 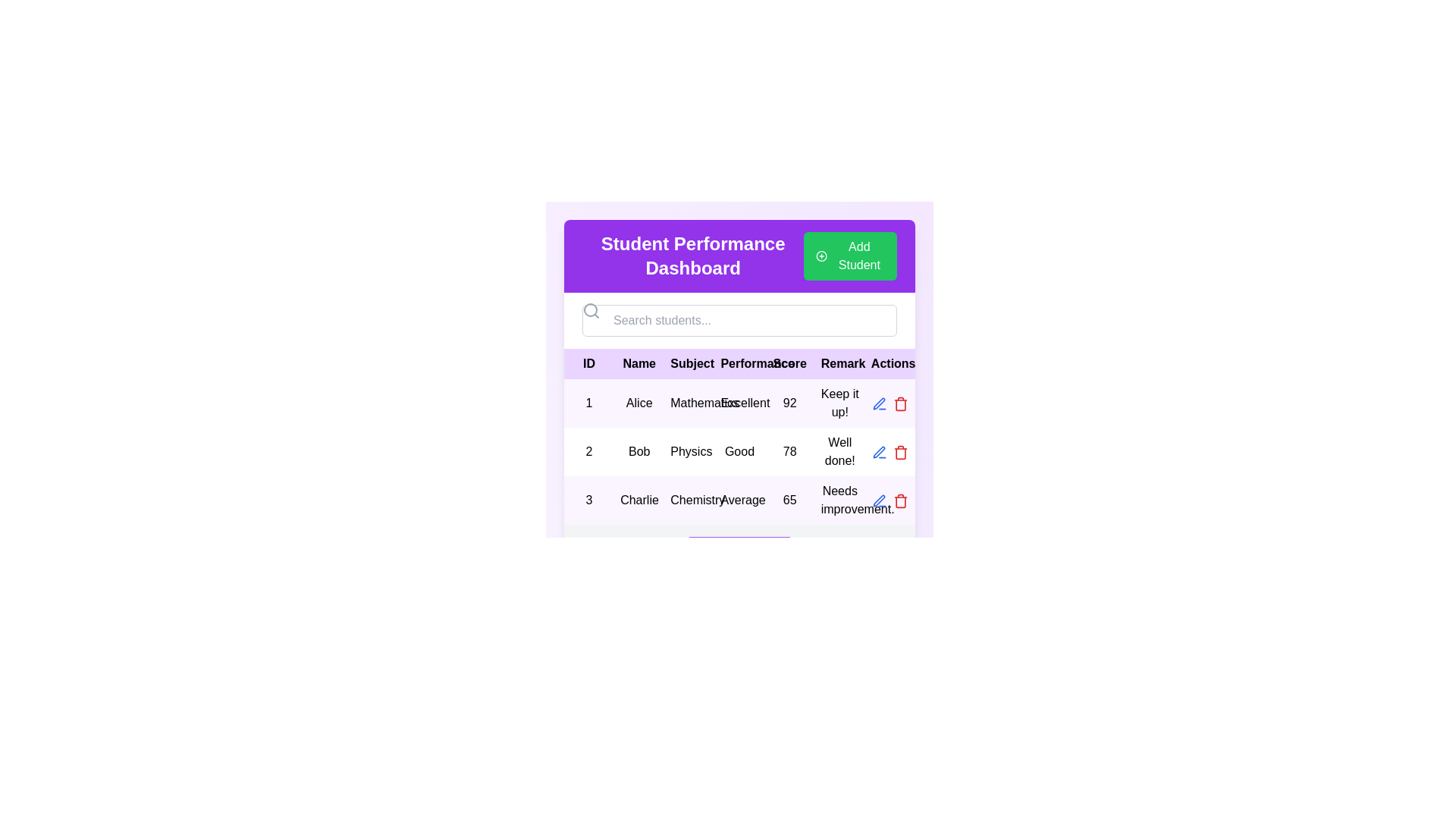 What do you see at coordinates (890, 363) in the screenshot?
I see `the text label displaying 'Actions' in bold font, located at the top-right corner of the table header row with a light purple background` at bounding box center [890, 363].